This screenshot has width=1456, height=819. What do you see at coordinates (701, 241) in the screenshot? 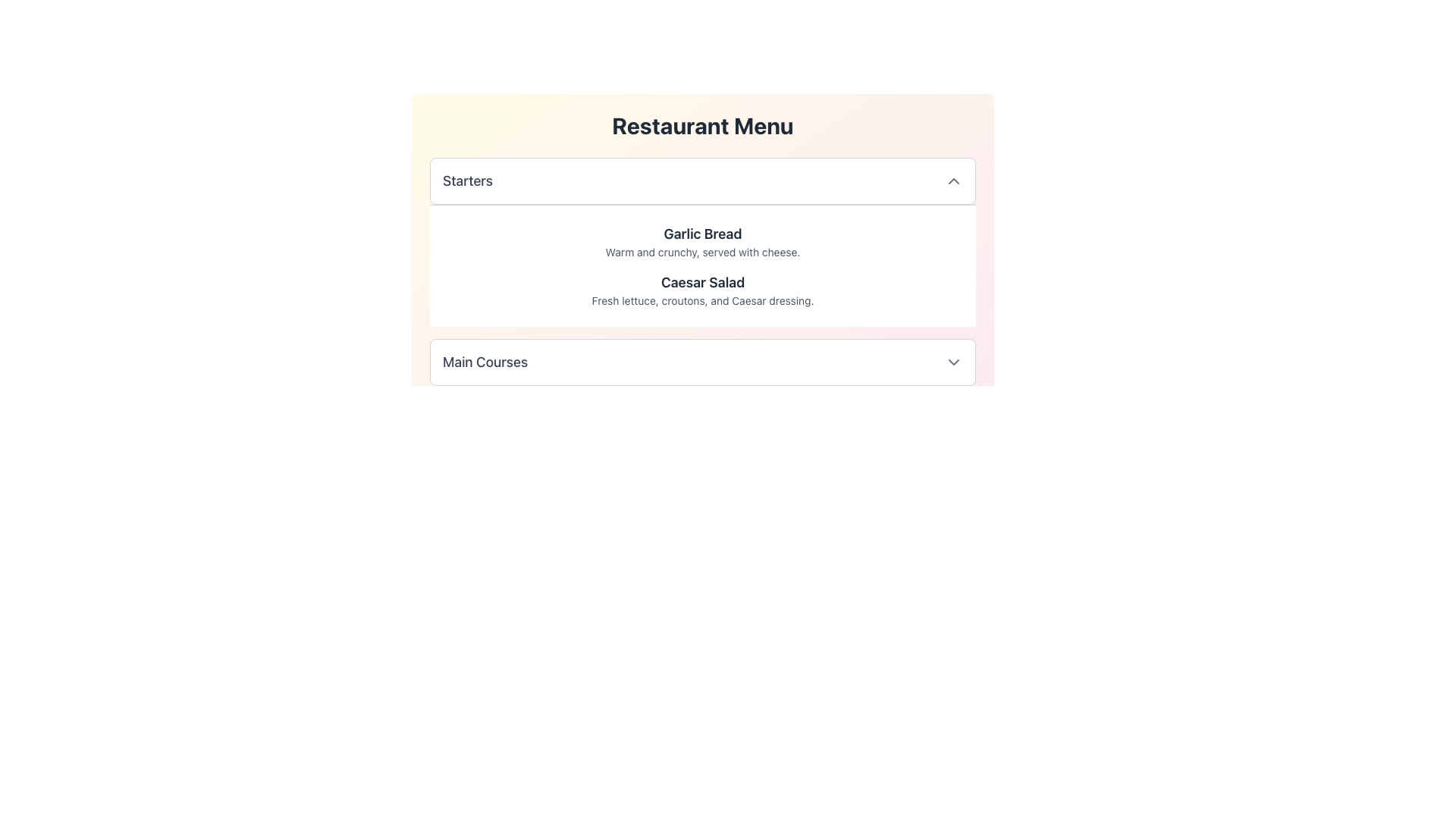
I see `the Text Block displaying 'Garlic Bread' in the Starters section of the menu` at bounding box center [701, 241].